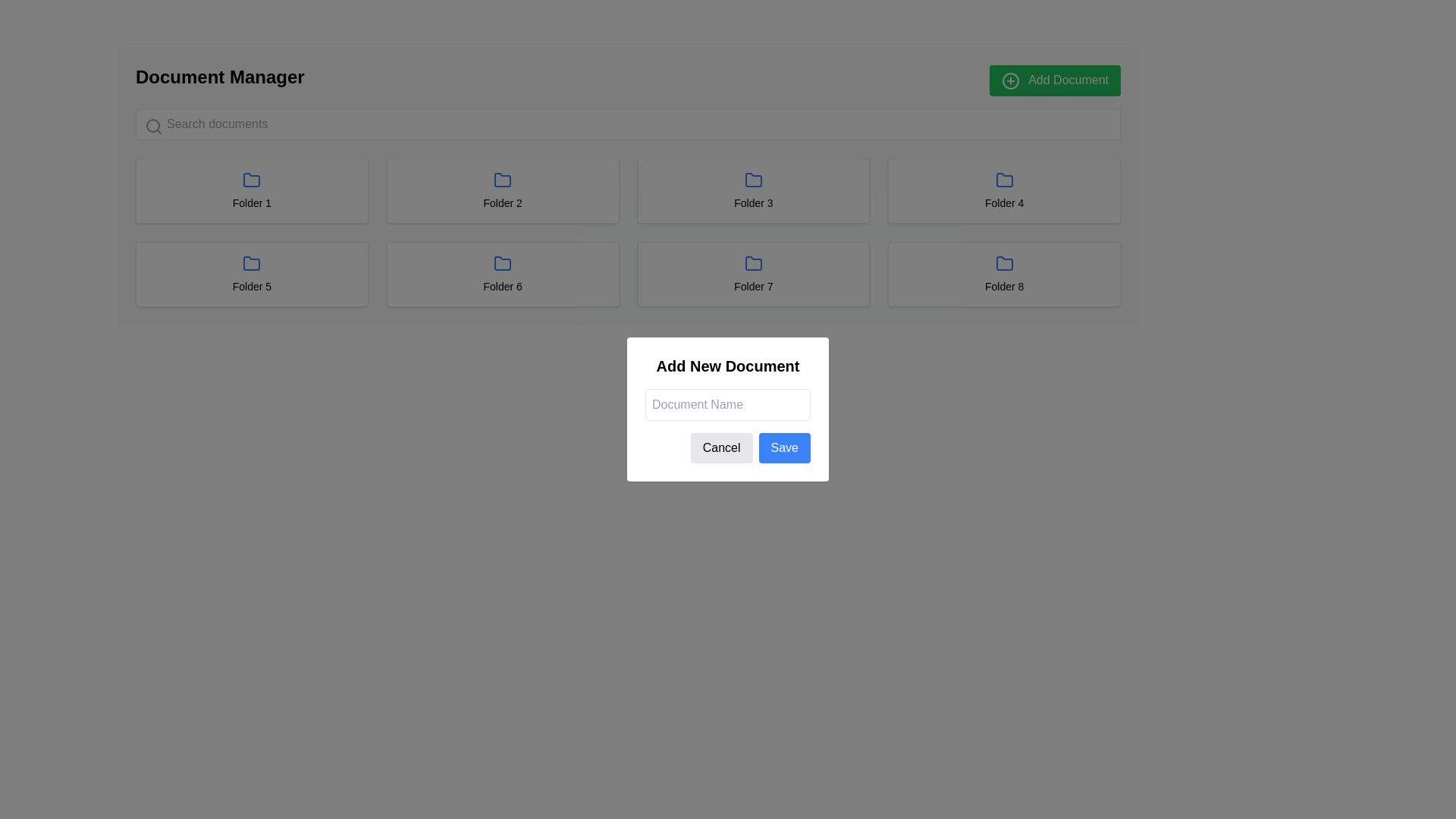  Describe the element at coordinates (720, 447) in the screenshot. I see `the 'Cancel' button, which is a rectangular button with a light gray background and the text 'Cancel' in bold, located at the bottom-right of a pop-up modal` at that location.